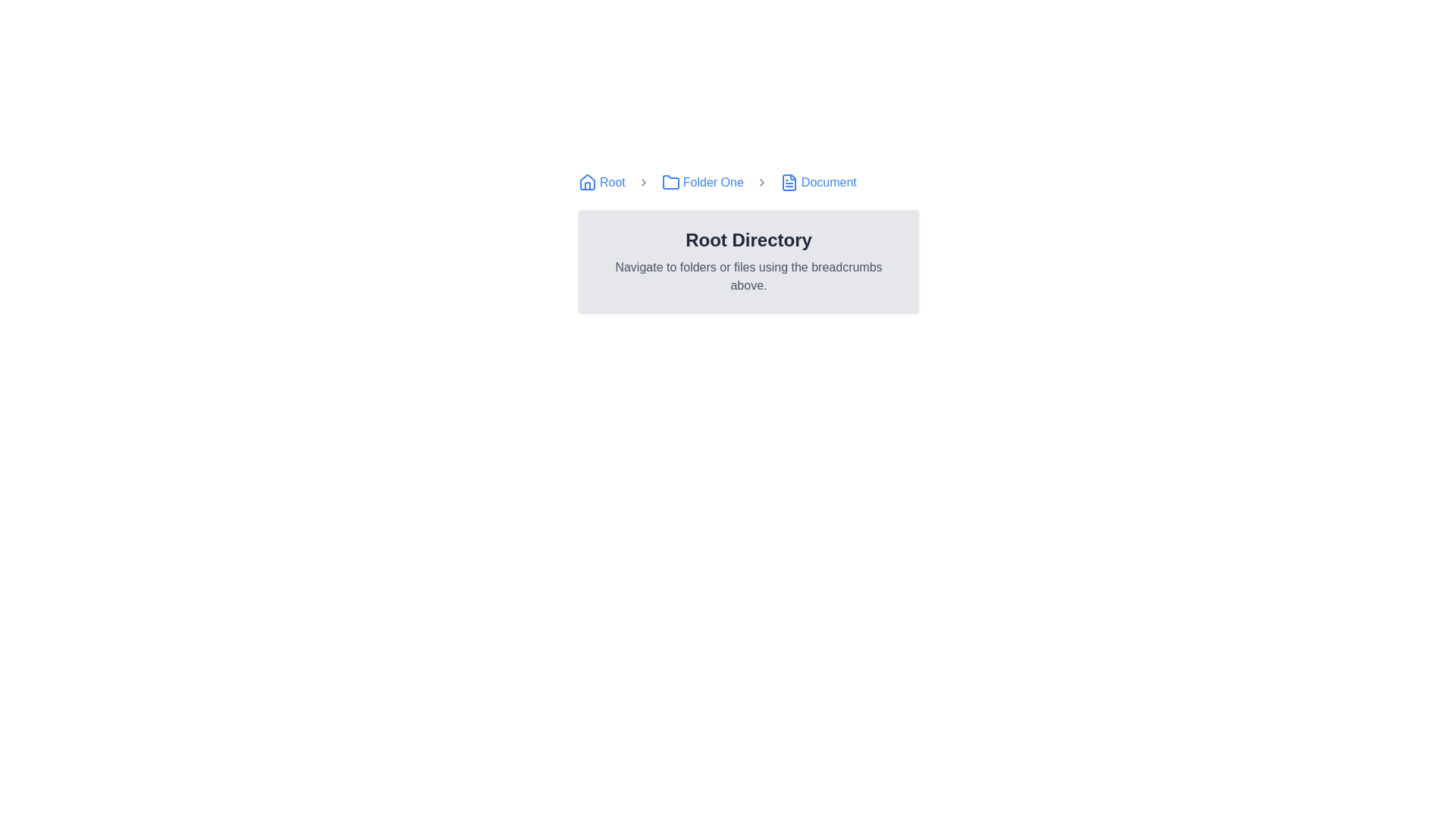  Describe the element at coordinates (601, 181) in the screenshot. I see `the Breadcrumb nav item located at the leftmost position of the breadcrumb navigation bar to visually highlight the link` at that location.